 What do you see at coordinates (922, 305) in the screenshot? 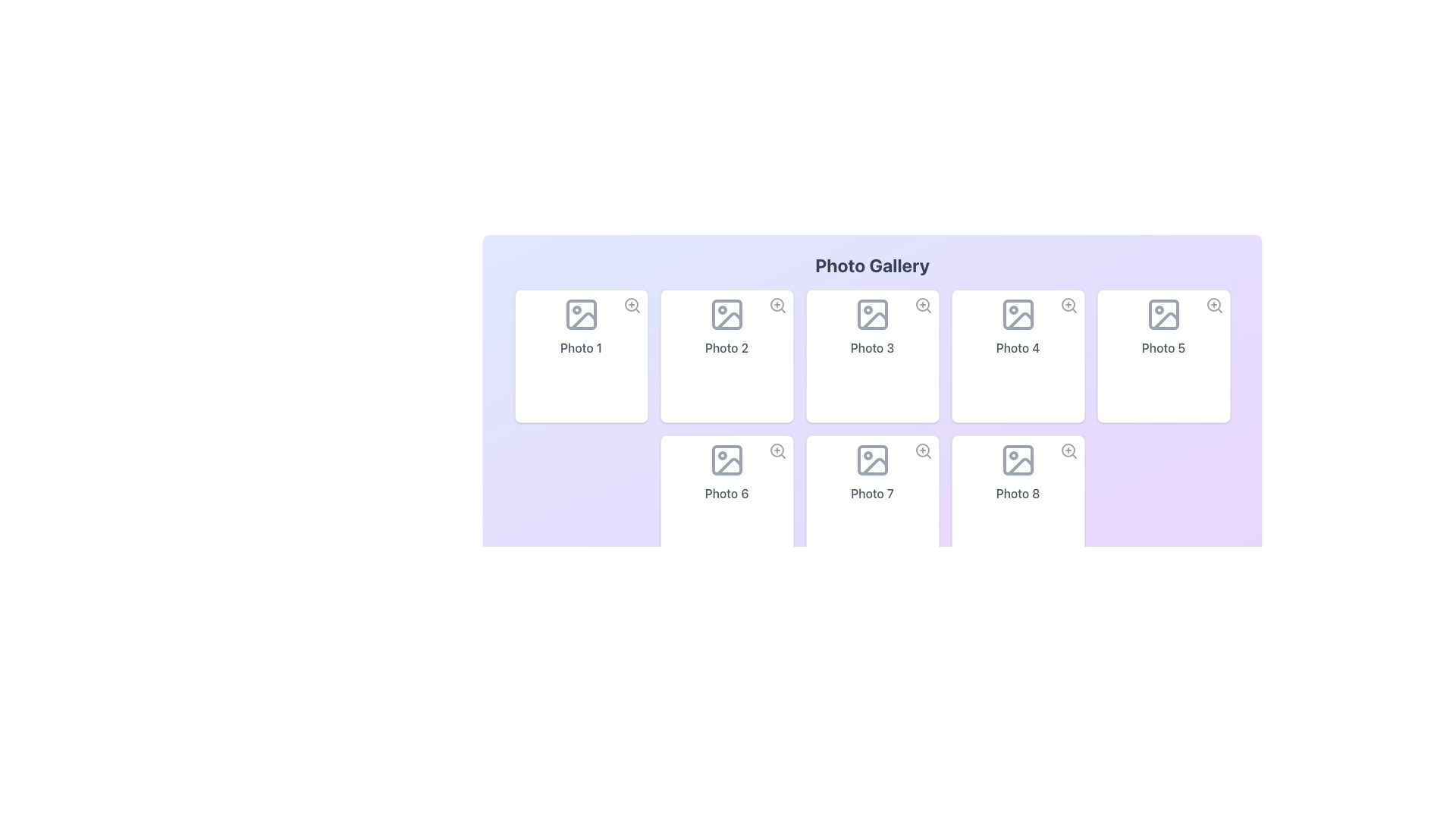
I see `the zoom-in icon located at the top-right corner of the card labeled 'Photo 3'` at bounding box center [922, 305].